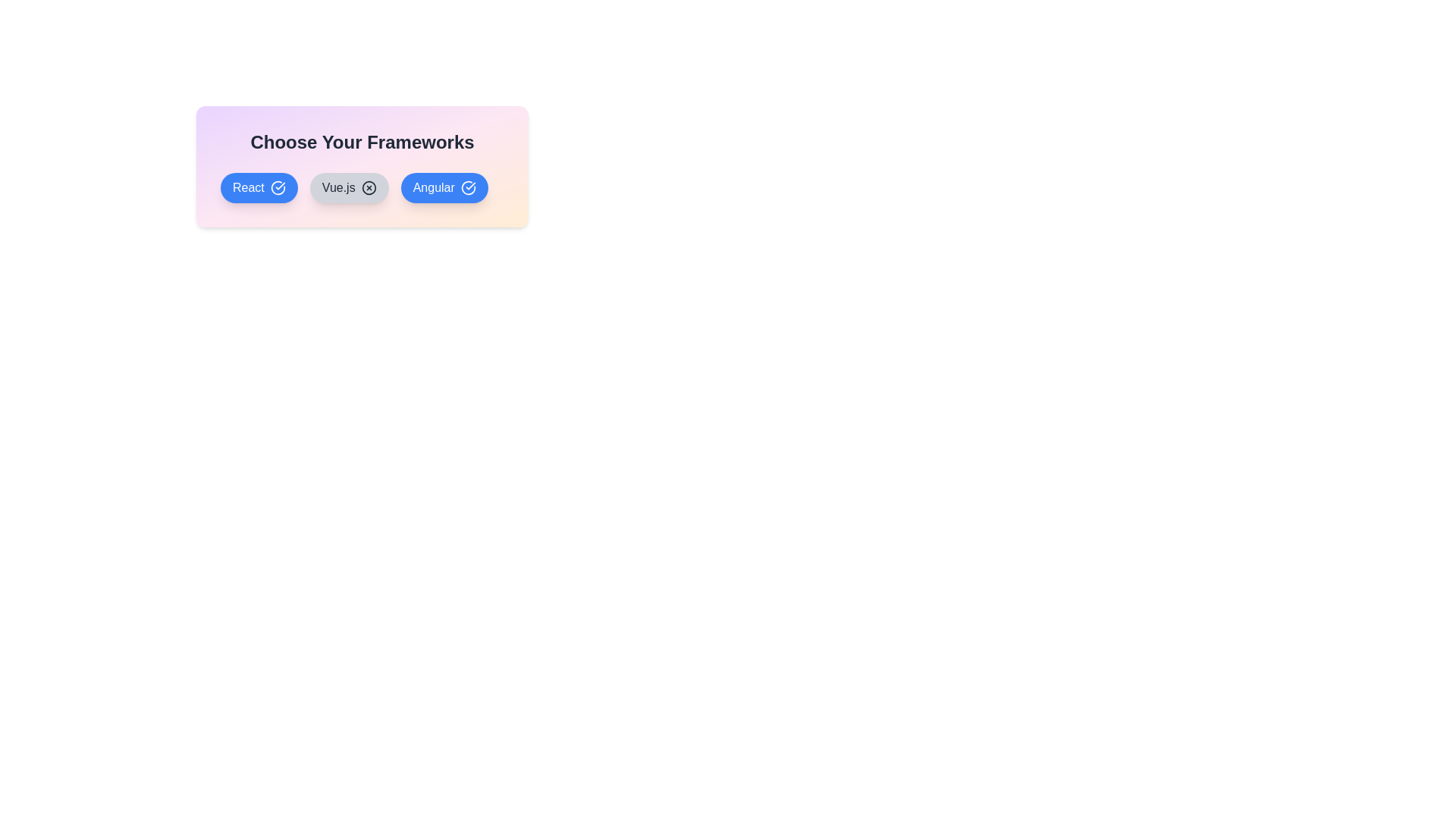  I want to click on the text label of the chip labeled React, so click(259, 187).